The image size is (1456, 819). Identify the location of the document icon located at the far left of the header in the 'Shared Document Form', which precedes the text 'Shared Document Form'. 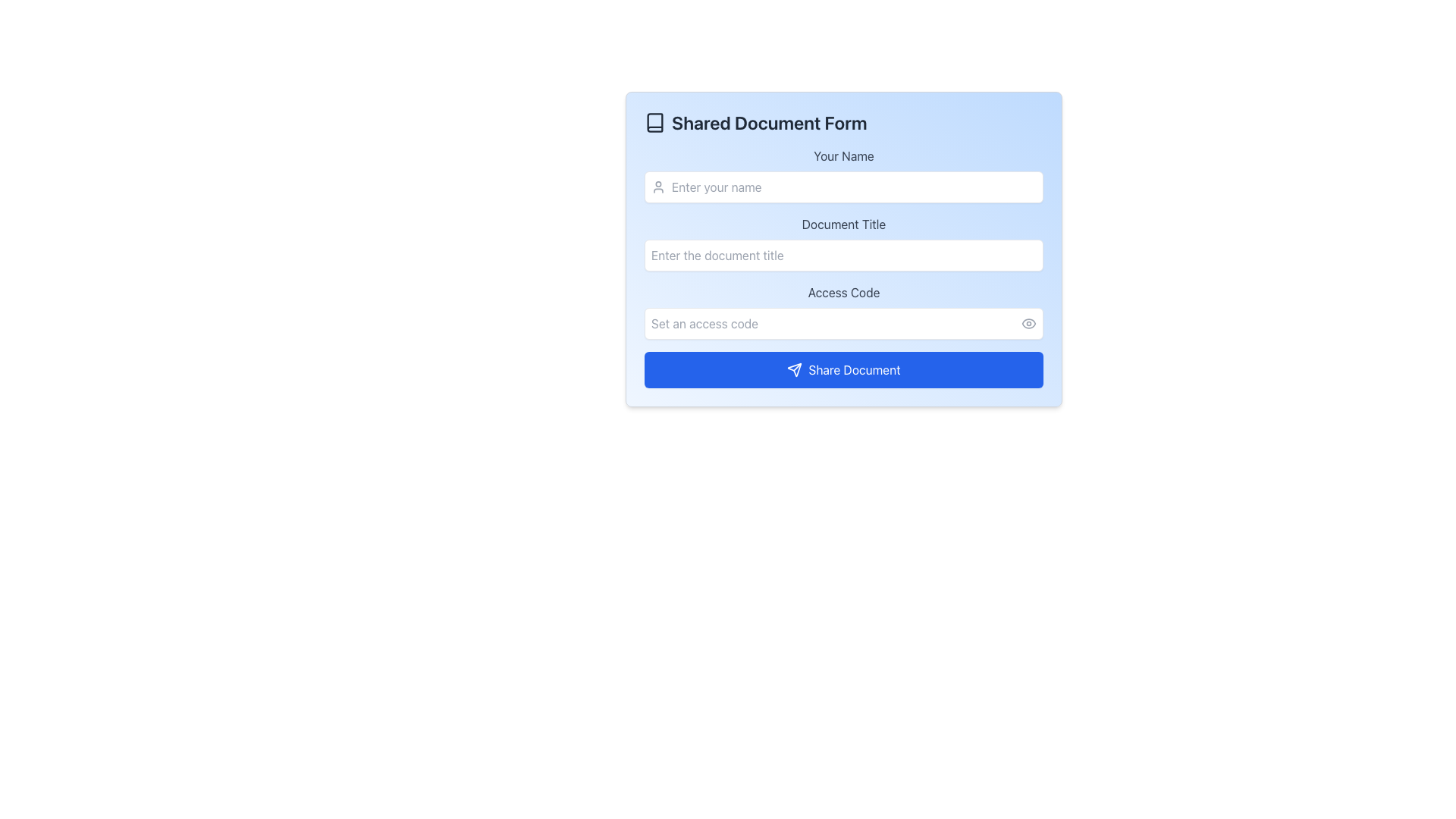
(655, 122).